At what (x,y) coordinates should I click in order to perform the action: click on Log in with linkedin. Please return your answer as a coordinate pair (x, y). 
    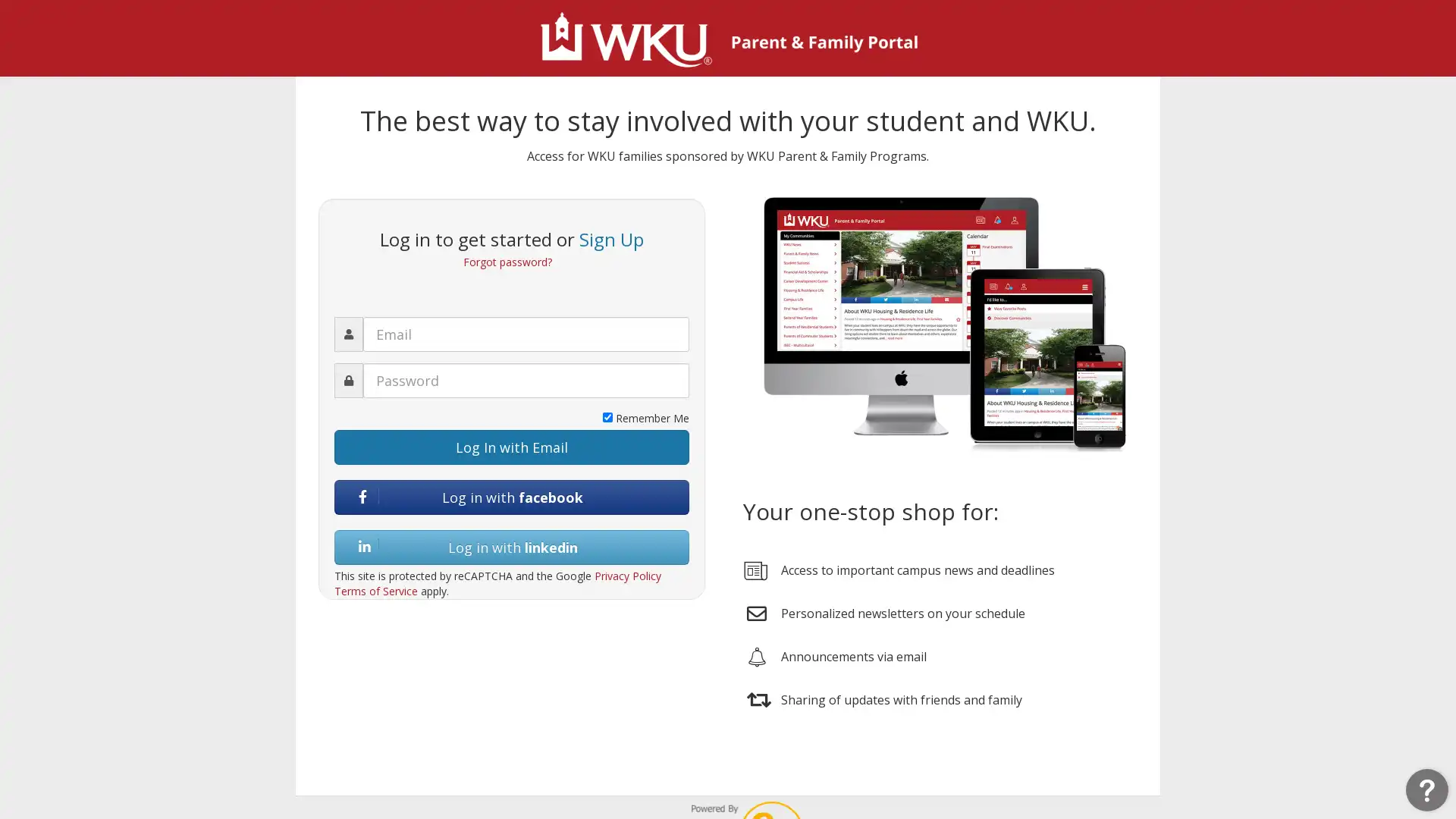
    Looking at the image, I should click on (512, 547).